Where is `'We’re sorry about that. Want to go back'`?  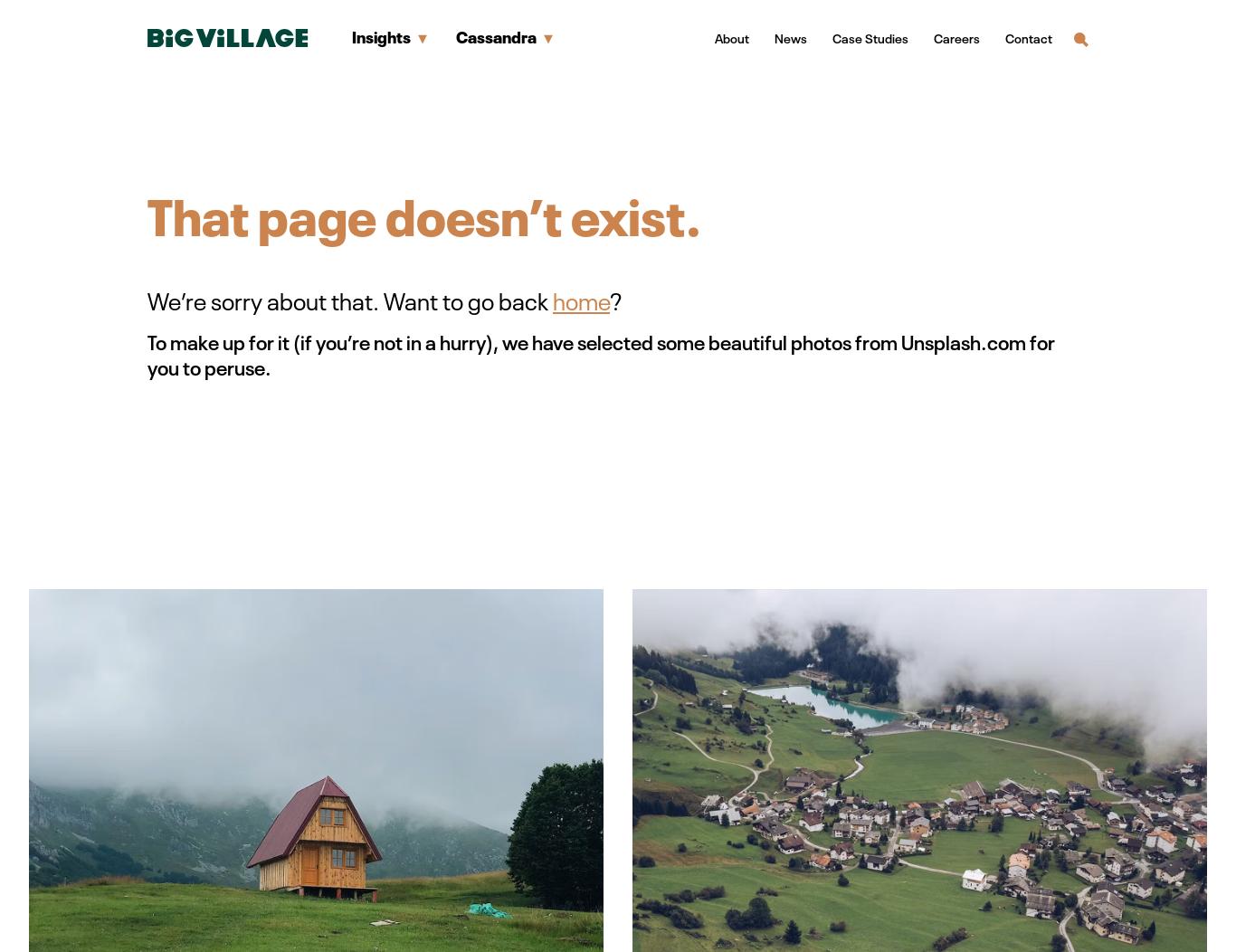 'We’re sorry about that. Want to go back' is located at coordinates (348, 299).